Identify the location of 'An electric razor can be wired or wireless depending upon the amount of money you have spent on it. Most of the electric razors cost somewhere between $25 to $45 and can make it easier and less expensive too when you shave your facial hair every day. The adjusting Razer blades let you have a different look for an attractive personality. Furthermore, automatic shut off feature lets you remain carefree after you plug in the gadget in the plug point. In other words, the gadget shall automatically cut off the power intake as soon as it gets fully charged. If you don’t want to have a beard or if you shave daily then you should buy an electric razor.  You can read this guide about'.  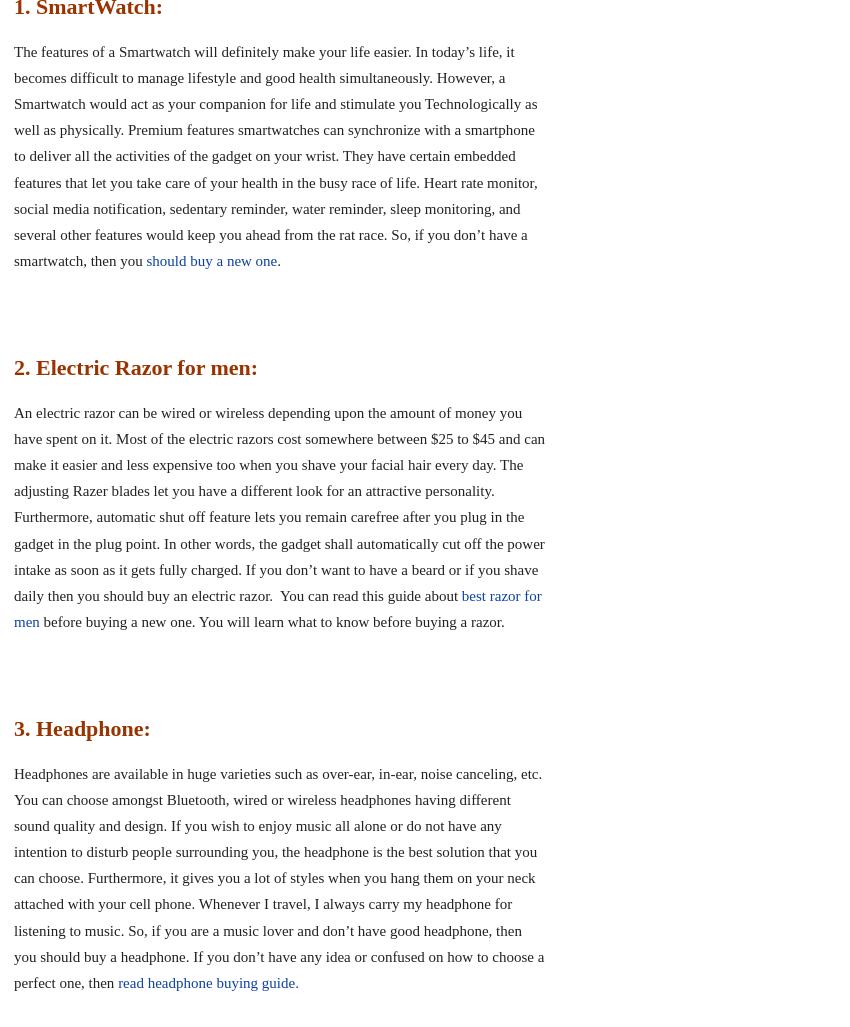
(278, 503).